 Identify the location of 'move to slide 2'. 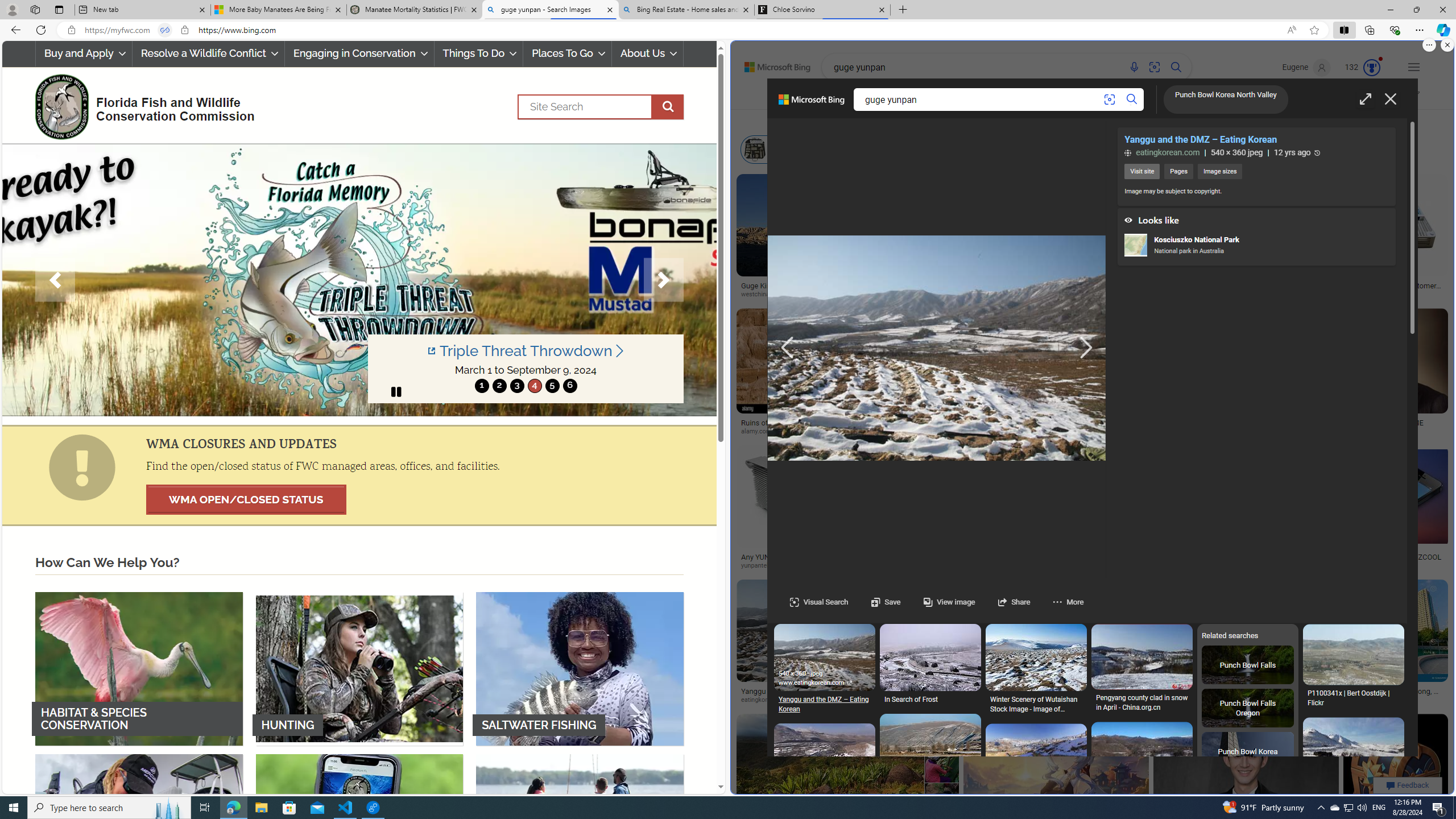
(499, 385).